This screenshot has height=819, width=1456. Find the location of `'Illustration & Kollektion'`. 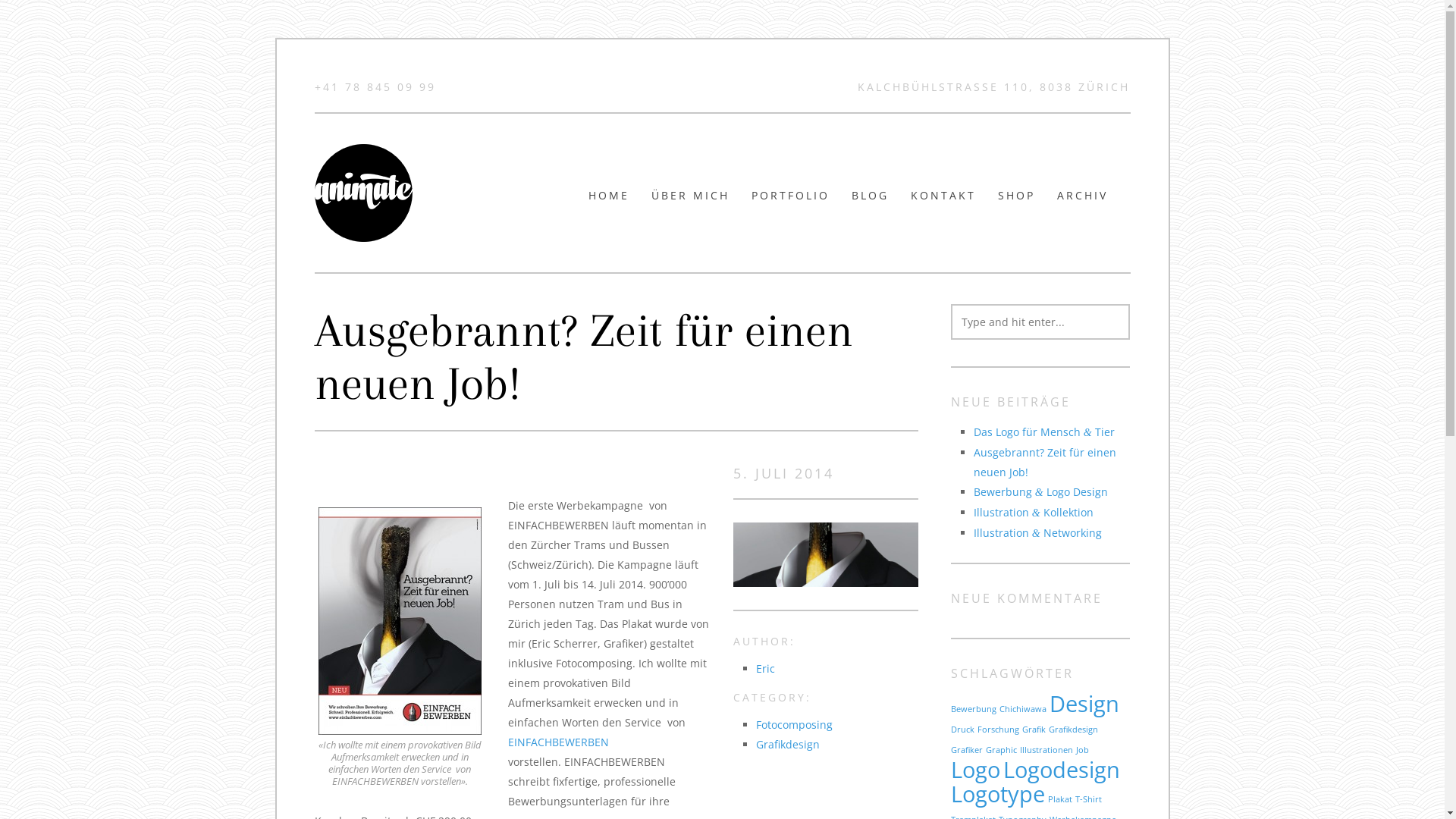

'Illustration & Kollektion' is located at coordinates (1033, 512).